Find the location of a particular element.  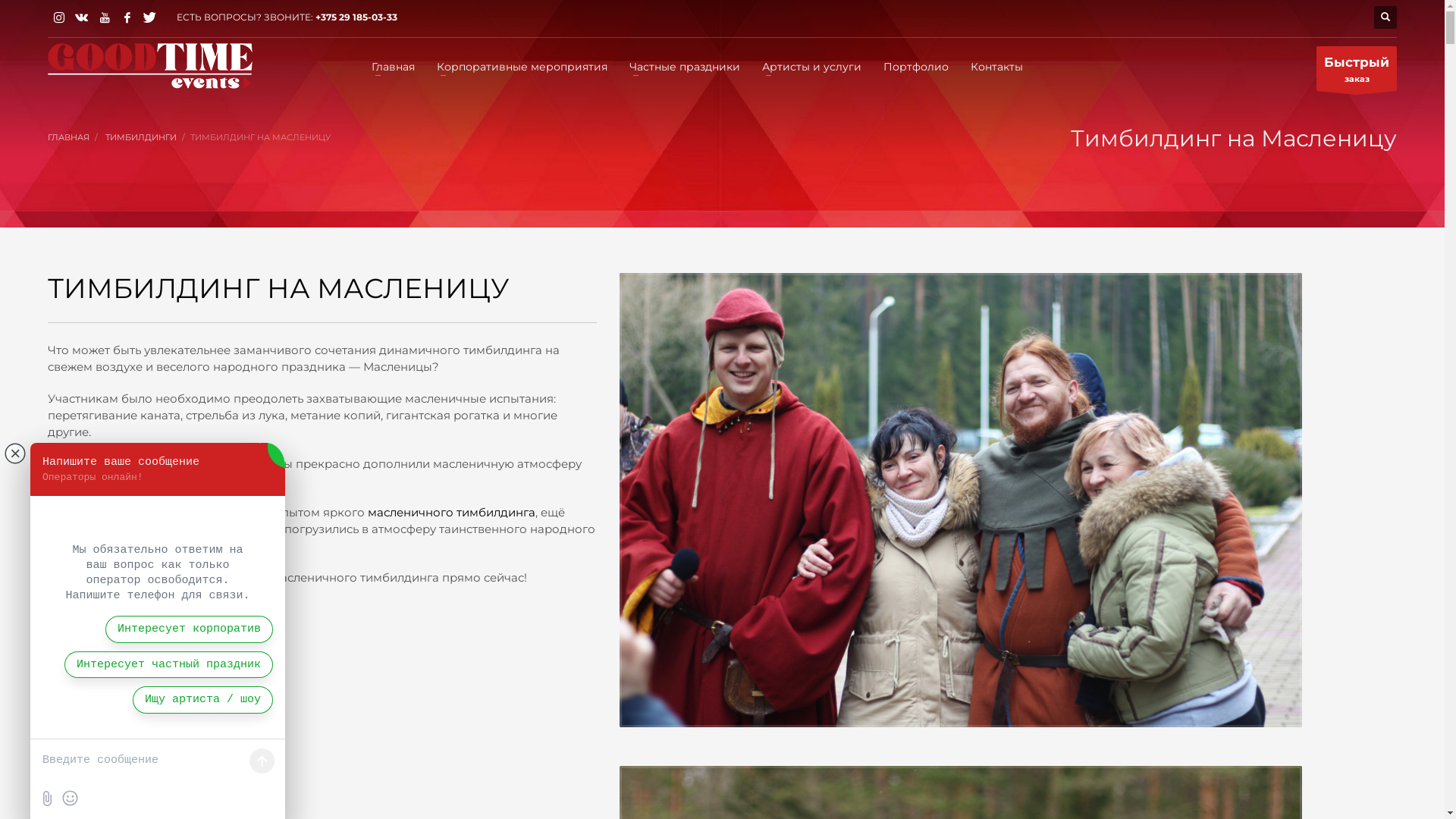

'Facebook' is located at coordinates (127, 17).